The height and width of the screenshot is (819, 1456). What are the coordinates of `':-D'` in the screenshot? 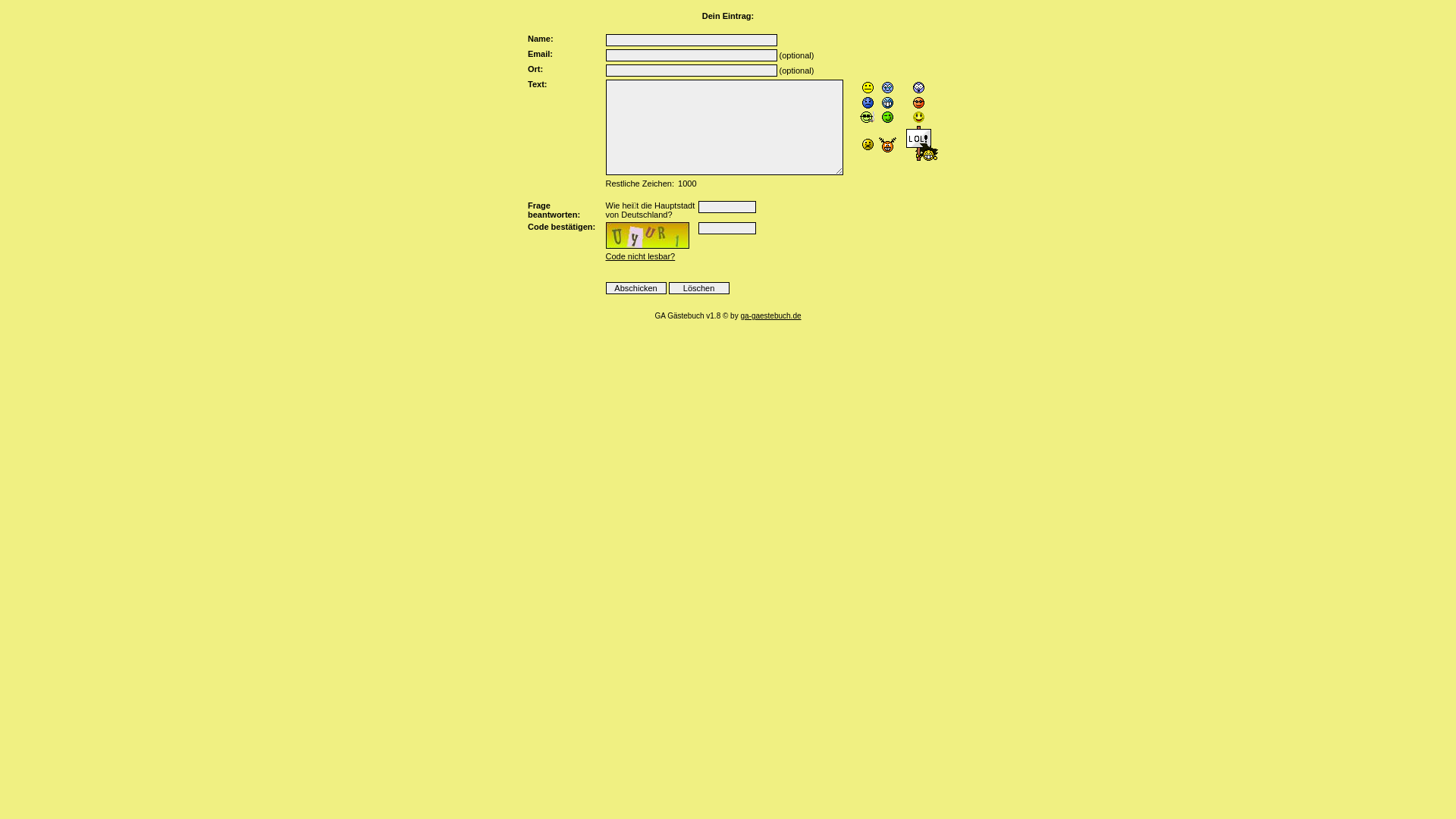 It's located at (880, 102).